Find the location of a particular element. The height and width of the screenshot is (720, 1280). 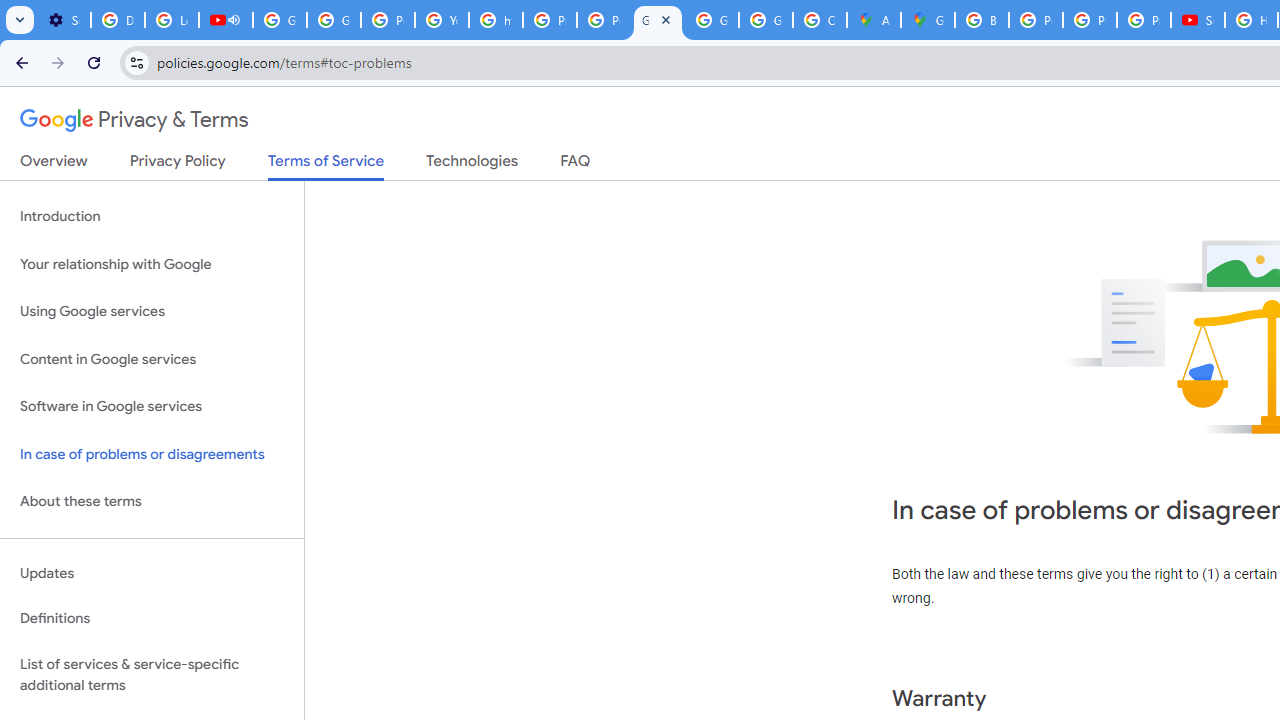

'Settings - Customize profile' is located at coordinates (64, 20).